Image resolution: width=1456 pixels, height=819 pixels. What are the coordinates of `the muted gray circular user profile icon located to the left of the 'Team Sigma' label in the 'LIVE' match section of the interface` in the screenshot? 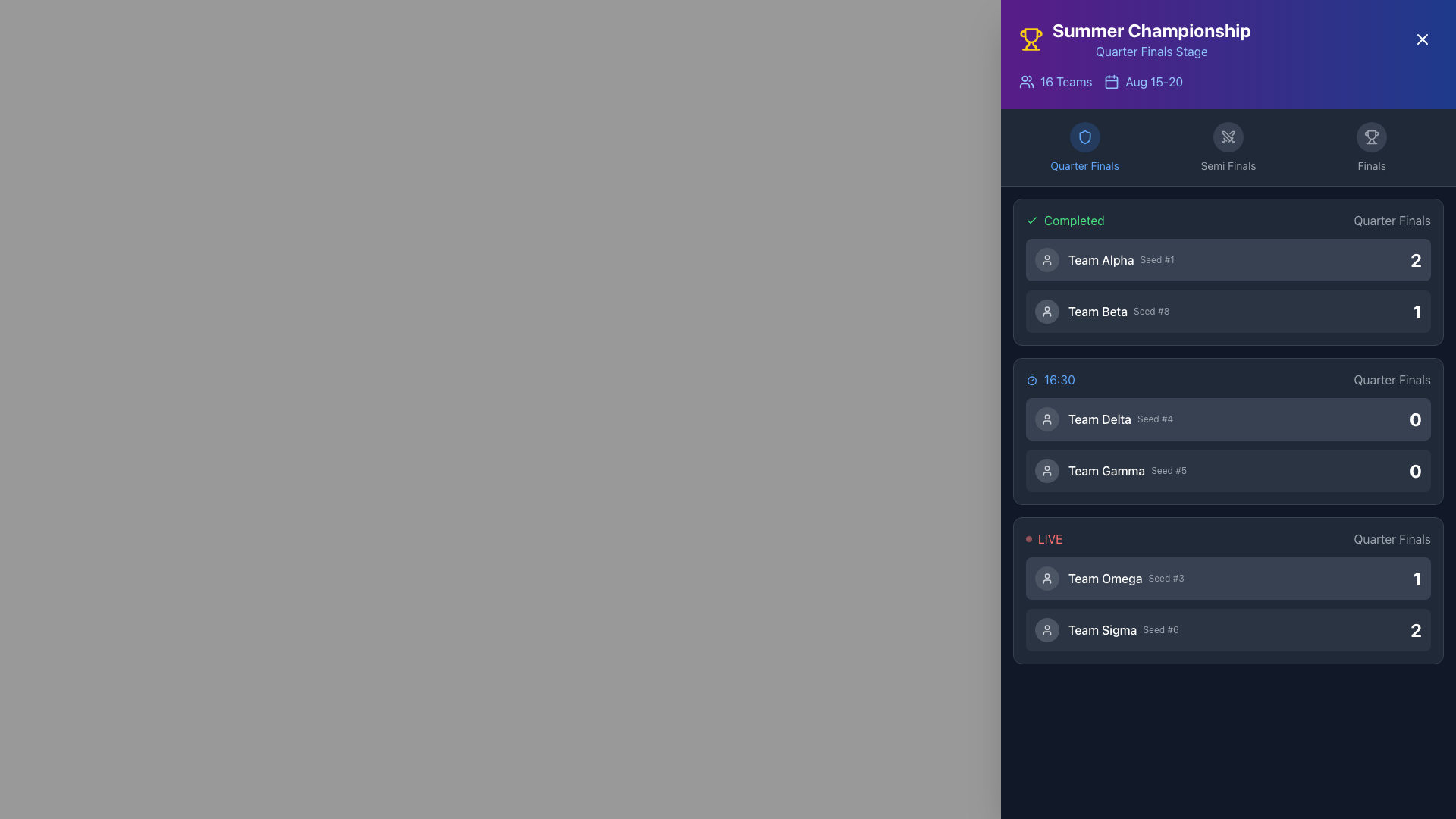 It's located at (1046, 629).